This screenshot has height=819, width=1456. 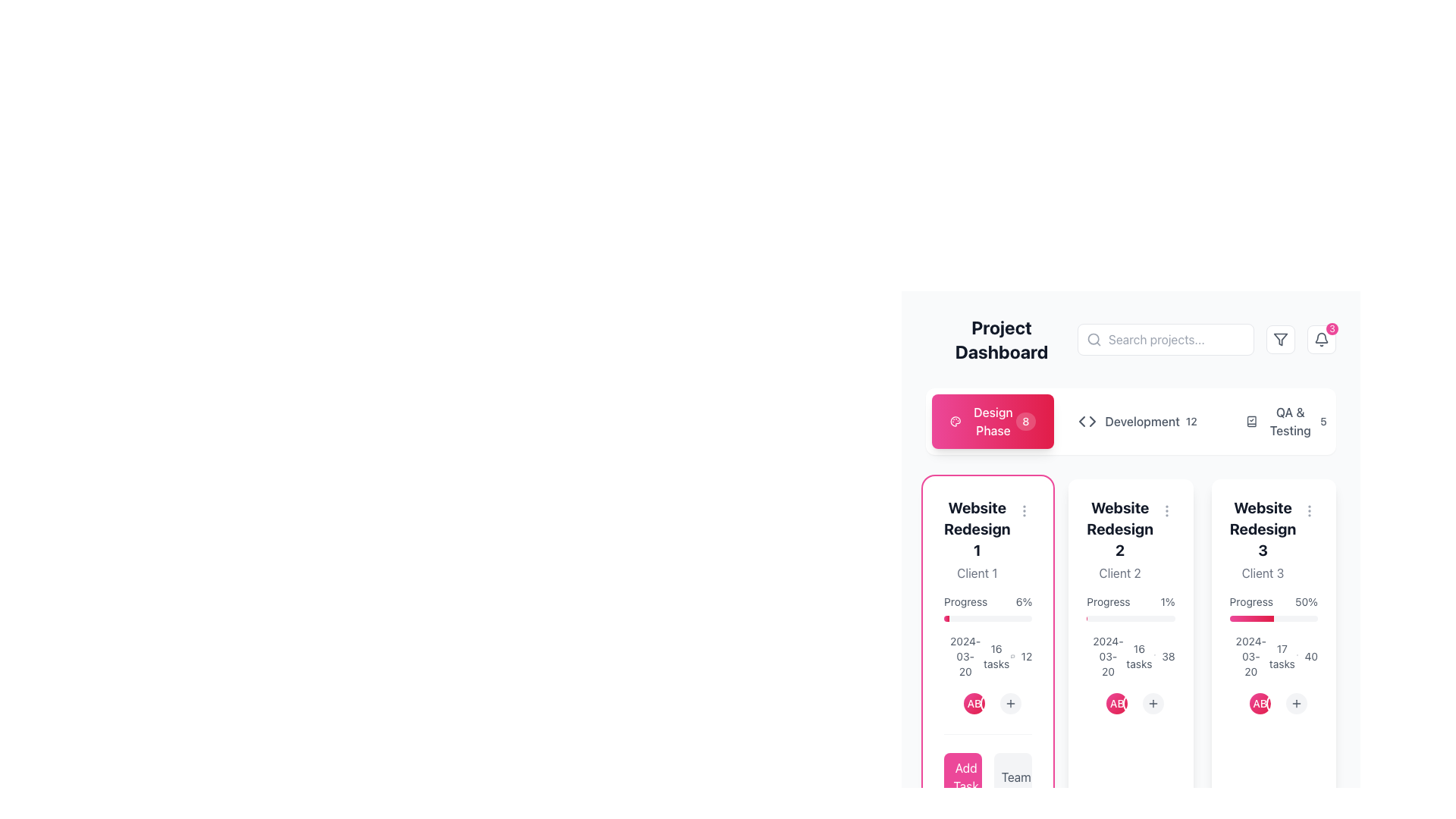 I want to click on the 'QA & Testing' button, which features a book icon with a checkmark and a badge displaying the number '5', so click(x=1288, y=421).